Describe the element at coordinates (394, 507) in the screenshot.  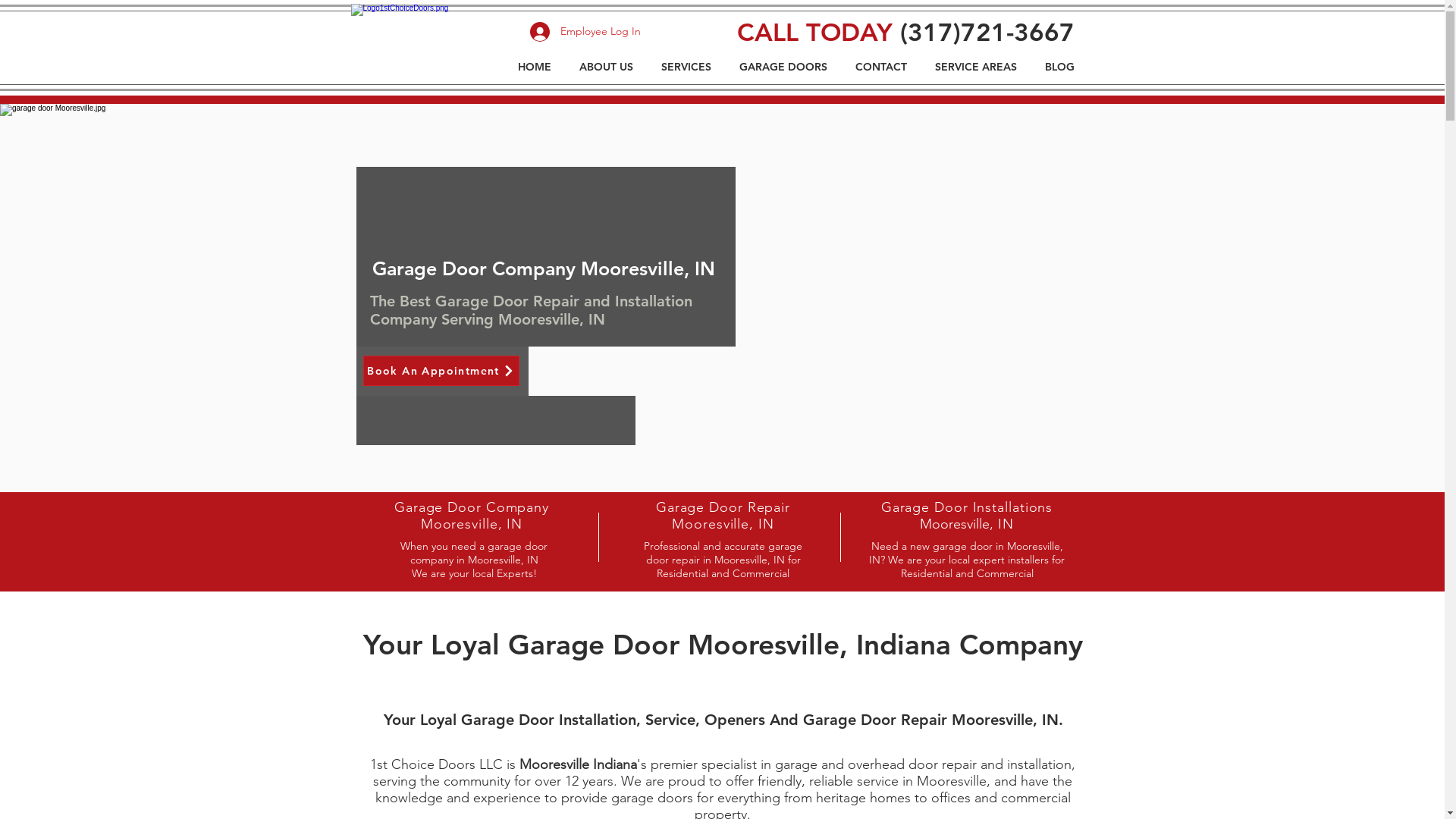
I see `'Garage Door Company'` at that location.